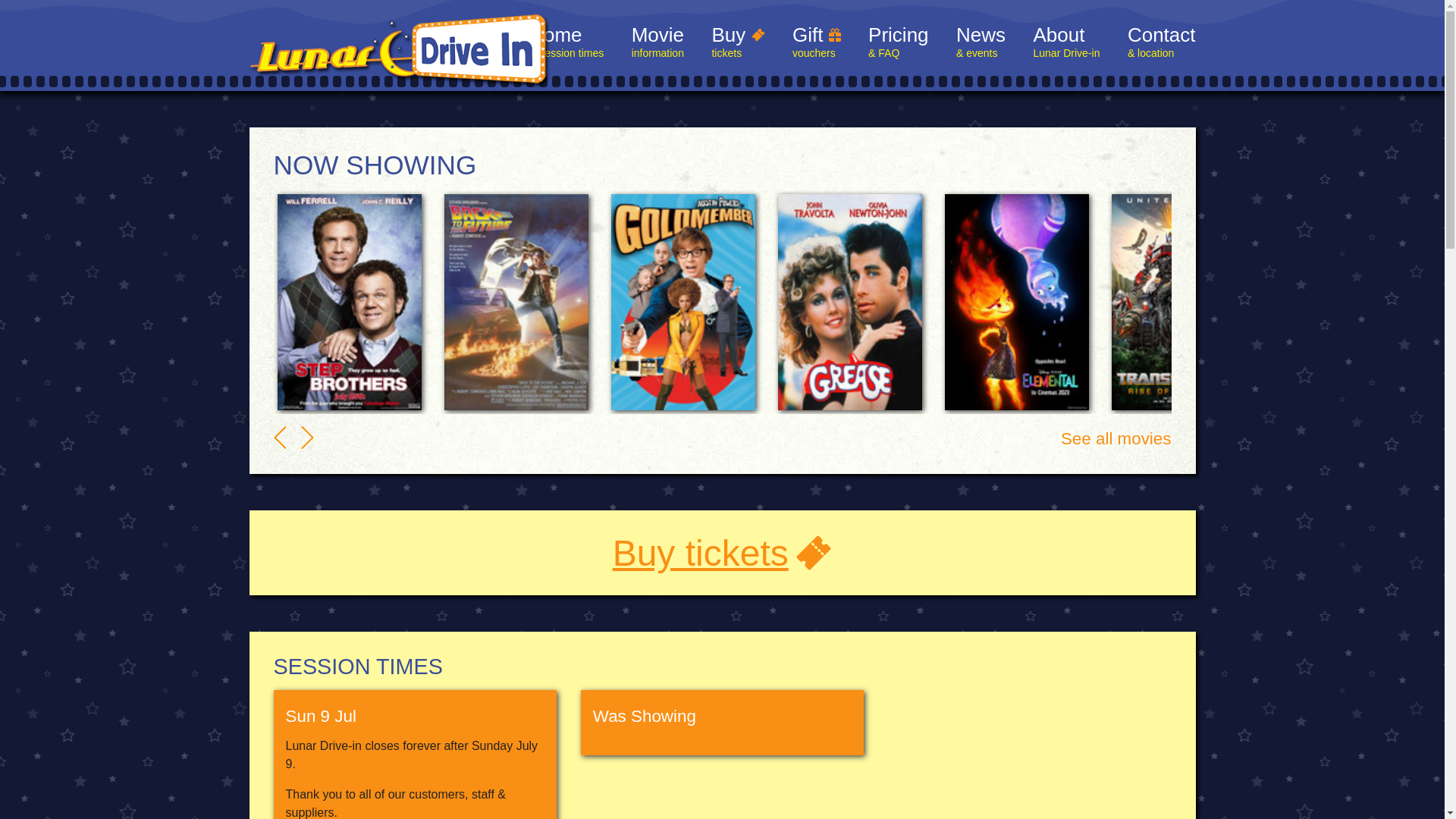 This screenshot has height=819, width=1456. What do you see at coordinates (792, 42) in the screenshot?
I see `'Gift` at bounding box center [792, 42].